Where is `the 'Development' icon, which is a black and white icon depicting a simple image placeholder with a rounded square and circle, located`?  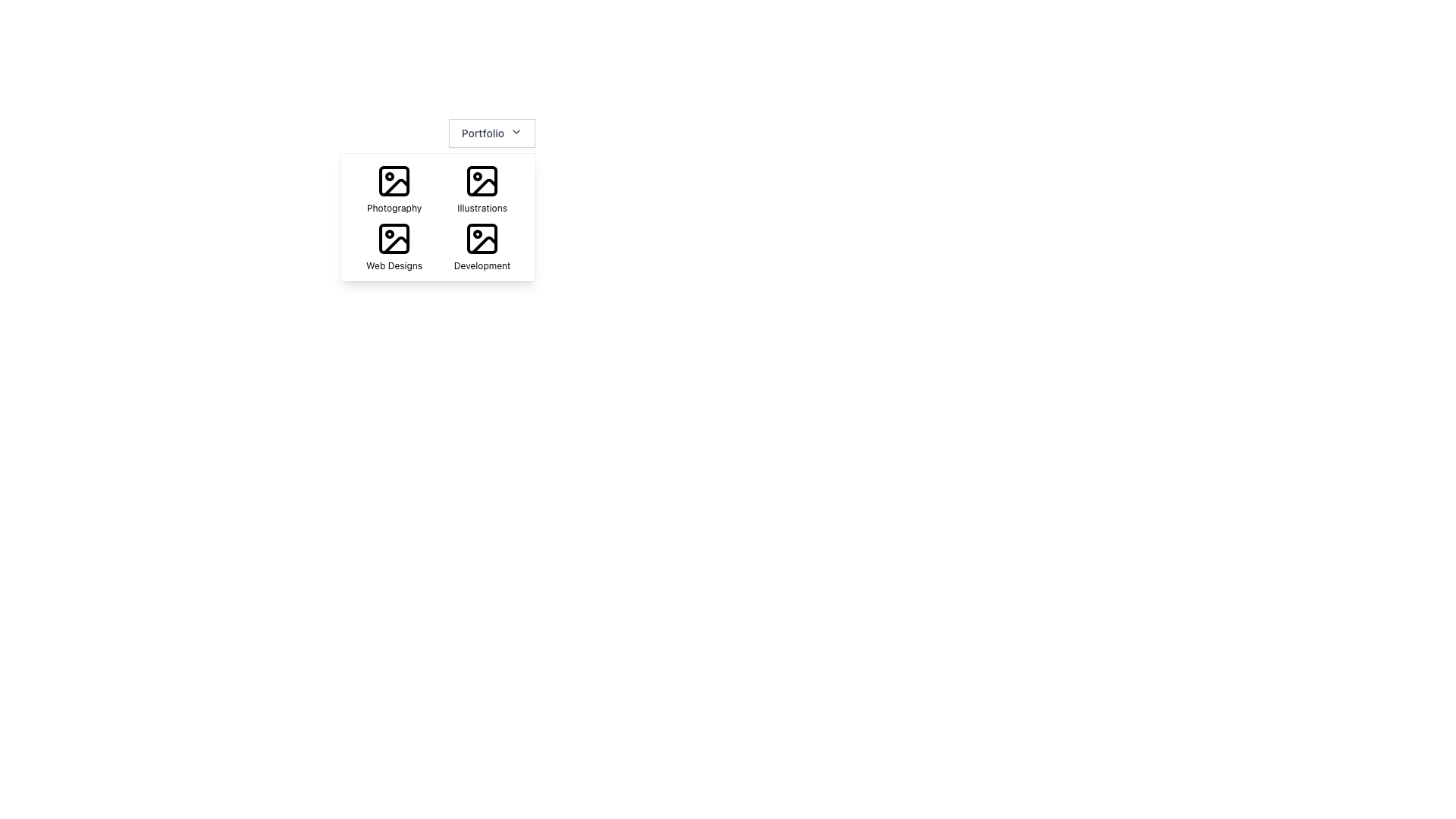
the 'Development' icon, which is a black and white icon depicting a simple image placeholder with a rounded square and circle, located is located at coordinates (482, 239).